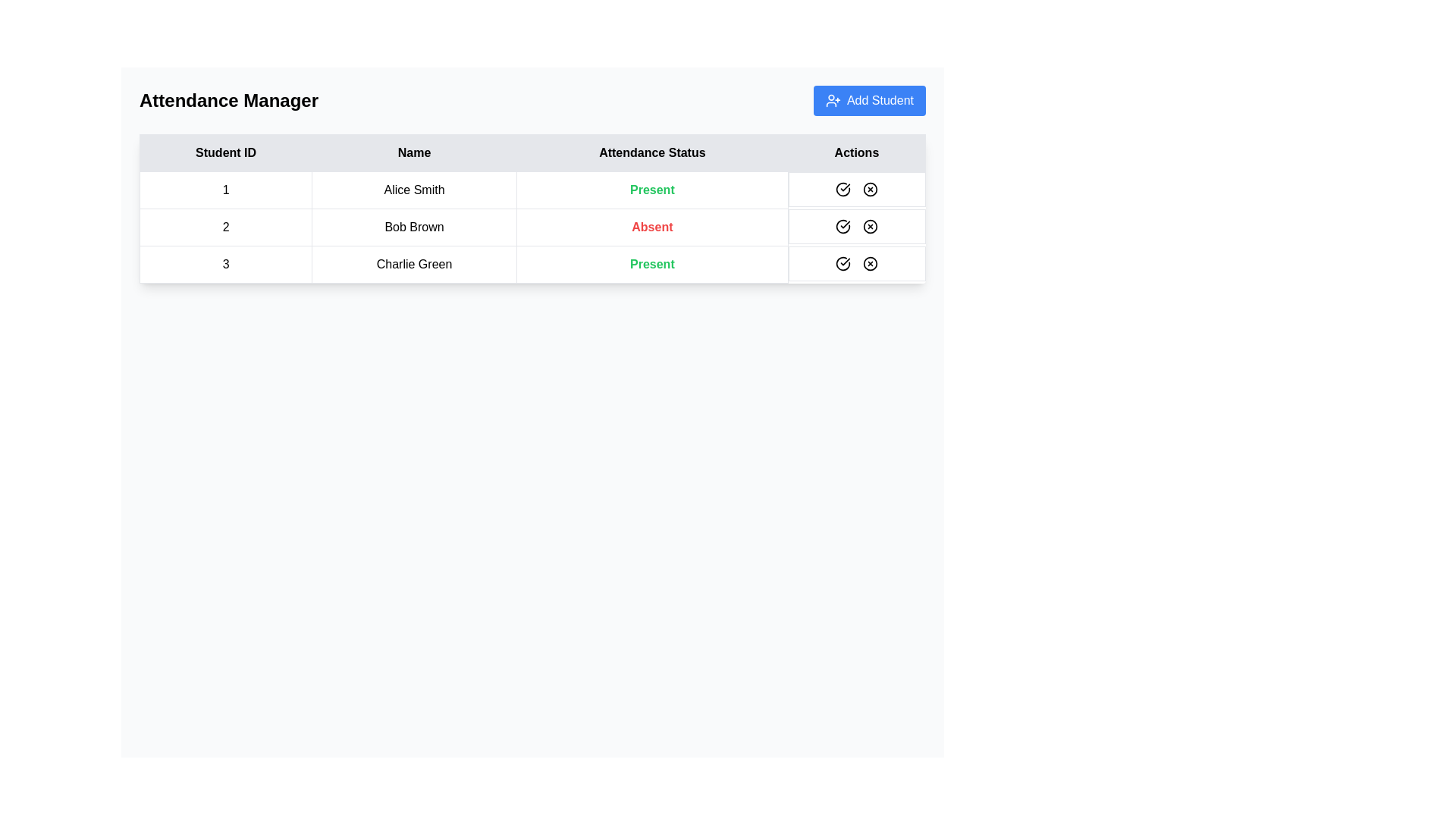 This screenshot has width=1456, height=819. I want to click on the circular outline icon located in the 'Actions' column of the third row, positioned to the right of the Attendance Status, so click(871, 262).